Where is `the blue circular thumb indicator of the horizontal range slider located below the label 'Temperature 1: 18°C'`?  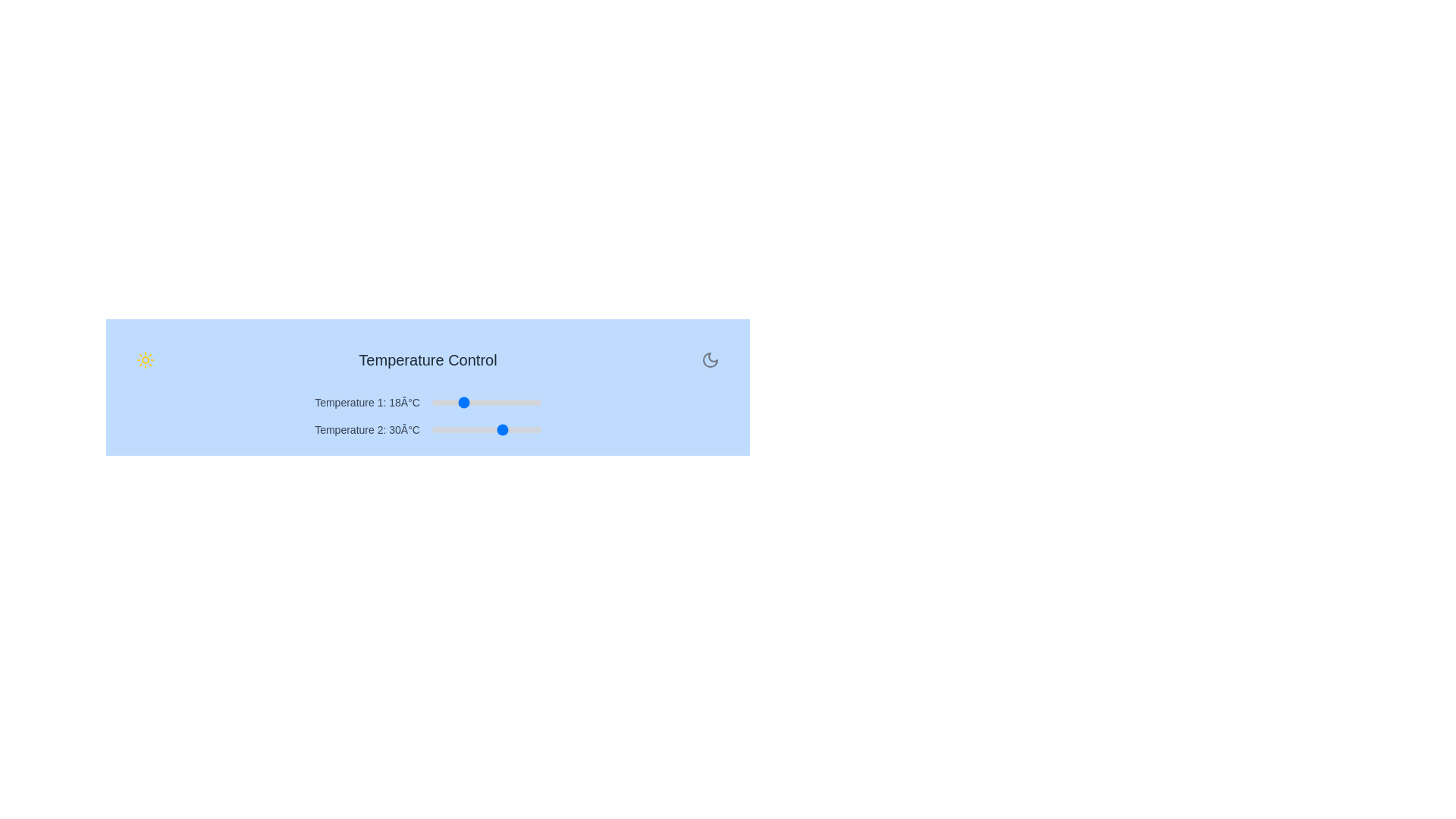 the blue circular thumb indicator of the horizontal range slider located below the label 'Temperature 1: 18°C' is located at coordinates (486, 402).